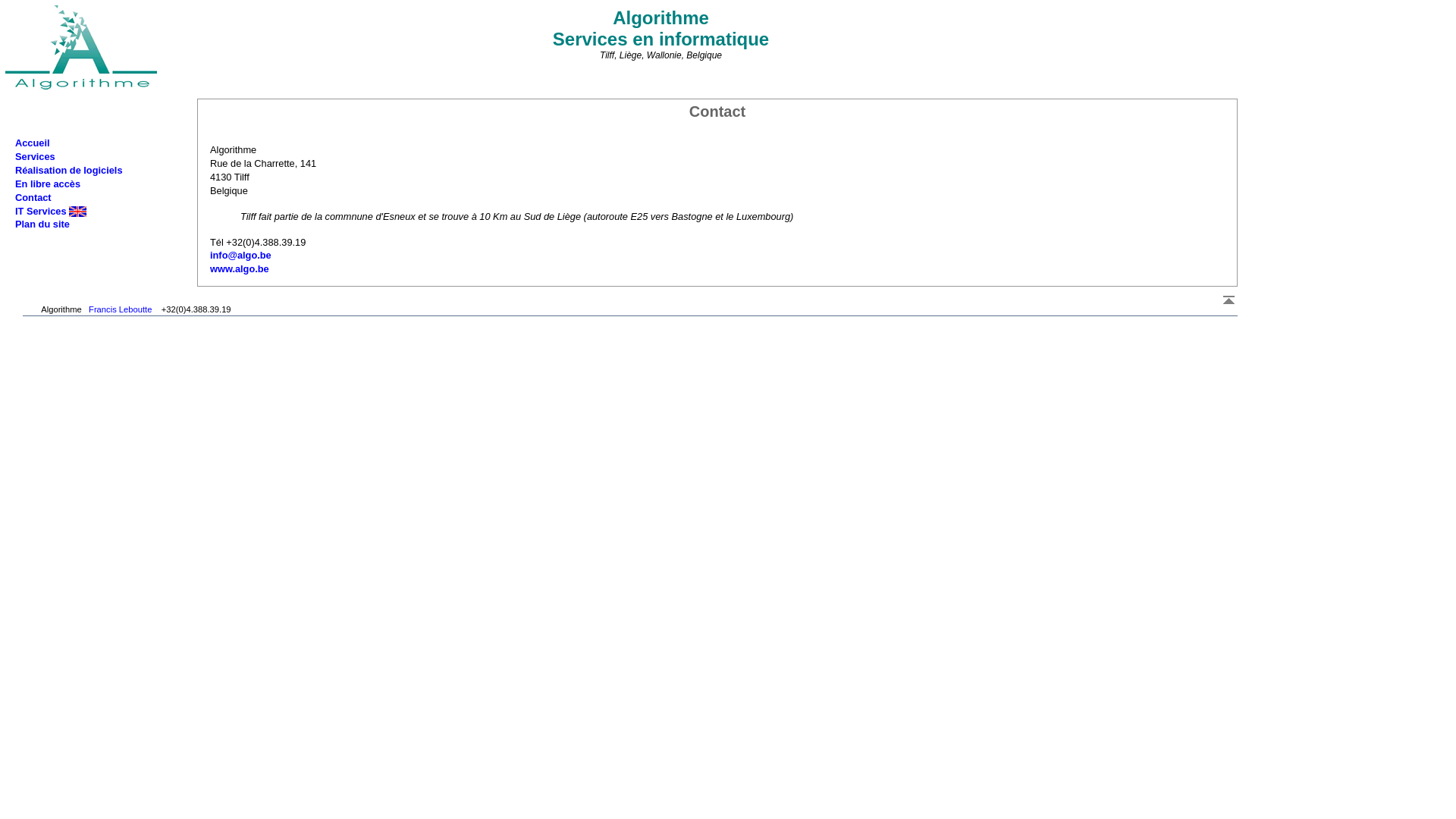 The image size is (1456, 819). What do you see at coordinates (35, 156) in the screenshot?
I see `'Services'` at bounding box center [35, 156].